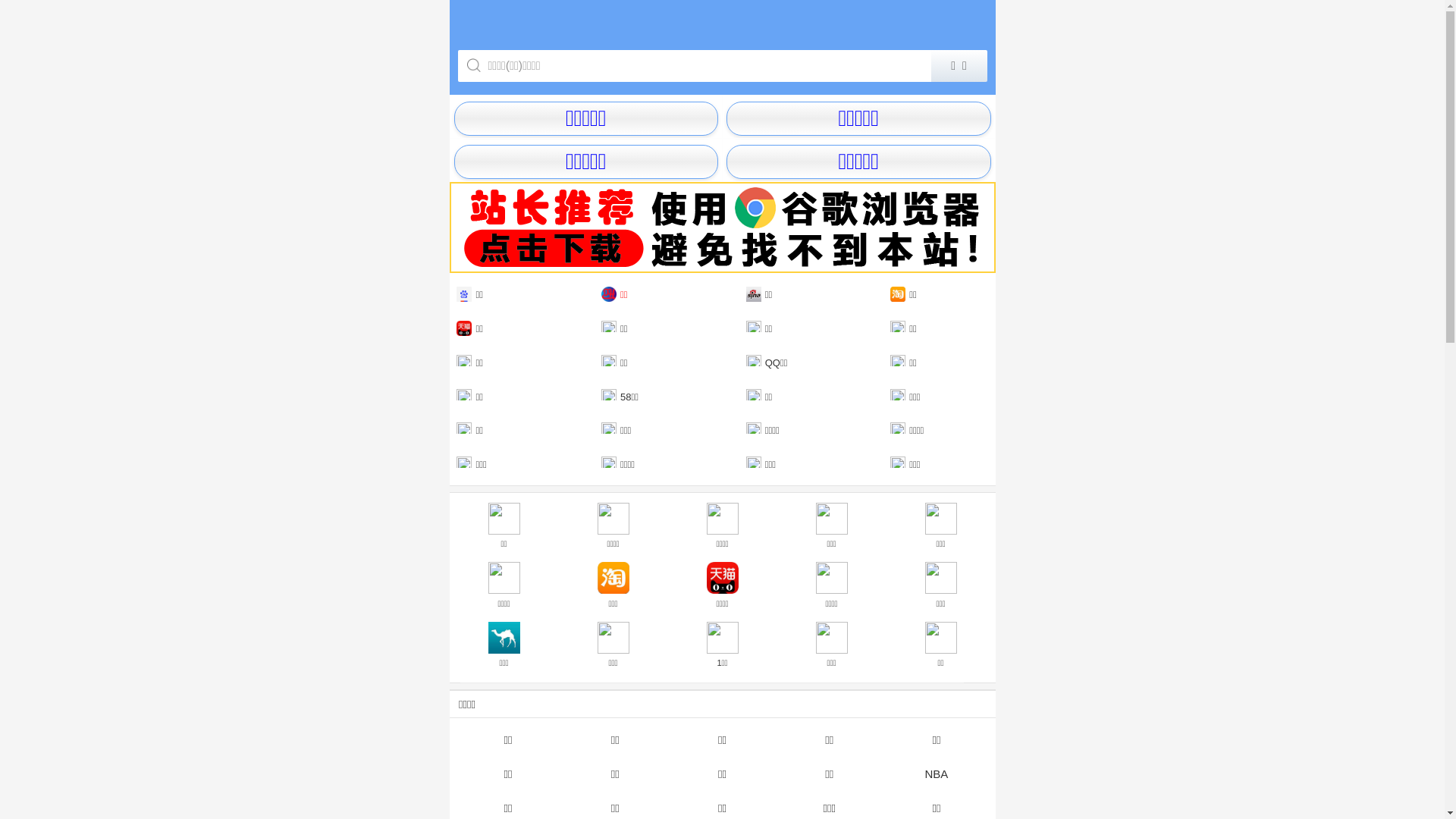 The width and height of the screenshot is (1456, 819). What do you see at coordinates (882, 773) in the screenshot?
I see `'NBA'` at bounding box center [882, 773].